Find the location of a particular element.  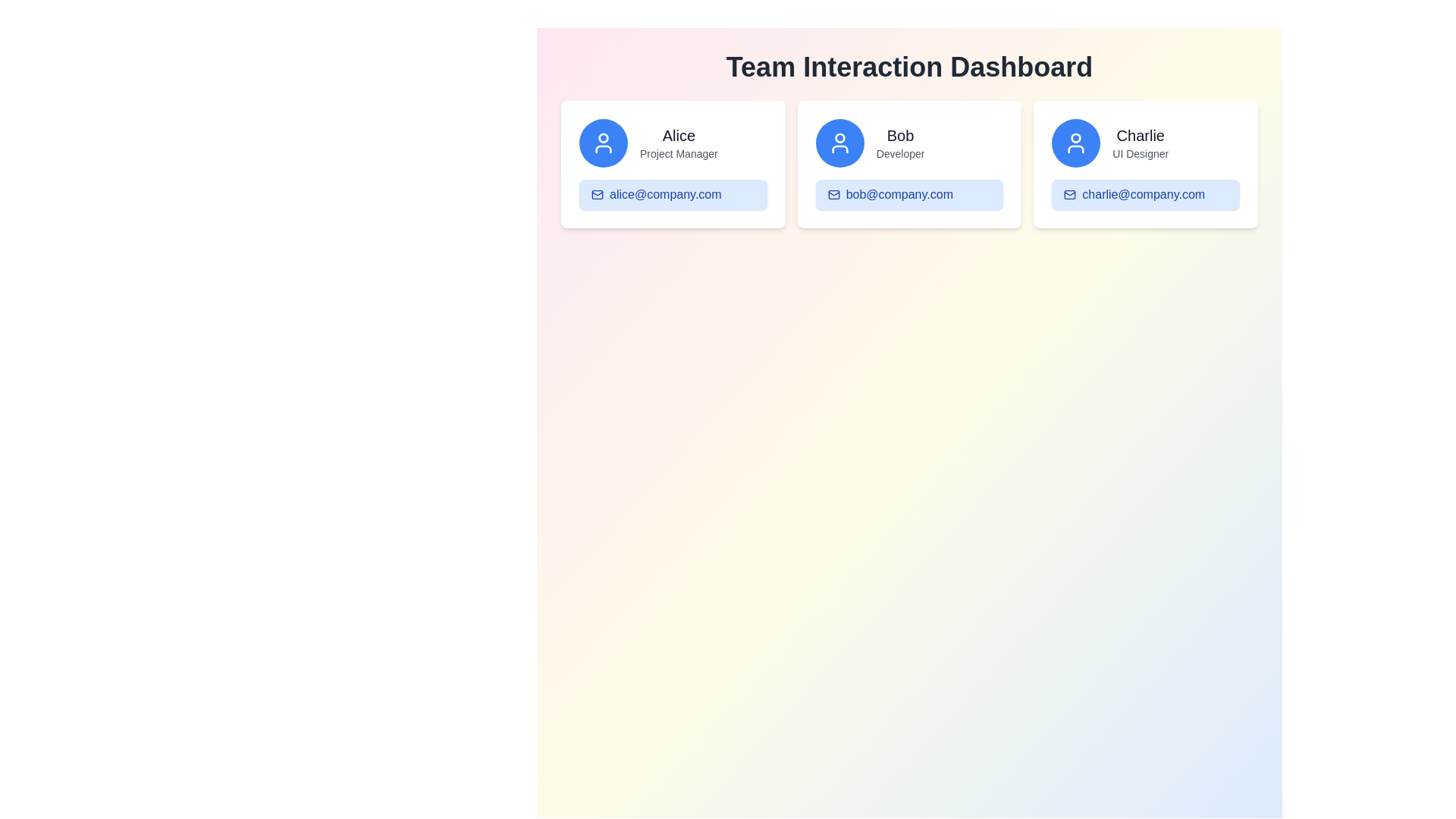

the blue circular icon with a white user silhouette located in the first card on the left, above the 'Alice' name text is located at coordinates (603, 143).